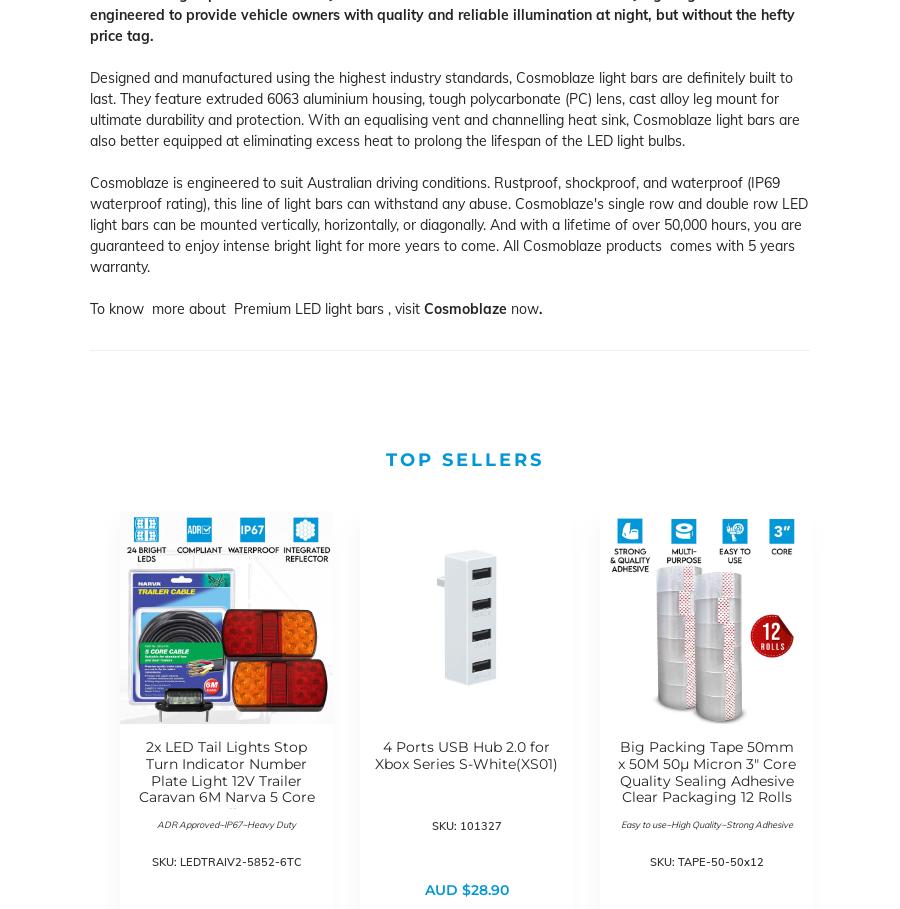 The image size is (900, 909). Describe the element at coordinates (89, 109) in the screenshot. I see `'Designed and manufactured using the highest industry standards, Cosmoblaze light bars are definitely built to last. They feature extruded 6063 aluminium housing, tough polycarbonate (PC) lens, cast alloy leg mount for ultimate durability and protection. With an equalising vent and channelling heat sink, Cosmoblaze light bars are also better equipped at eliminating excess heat to prolong the lifespan of the LED light bulbs.'` at that location.